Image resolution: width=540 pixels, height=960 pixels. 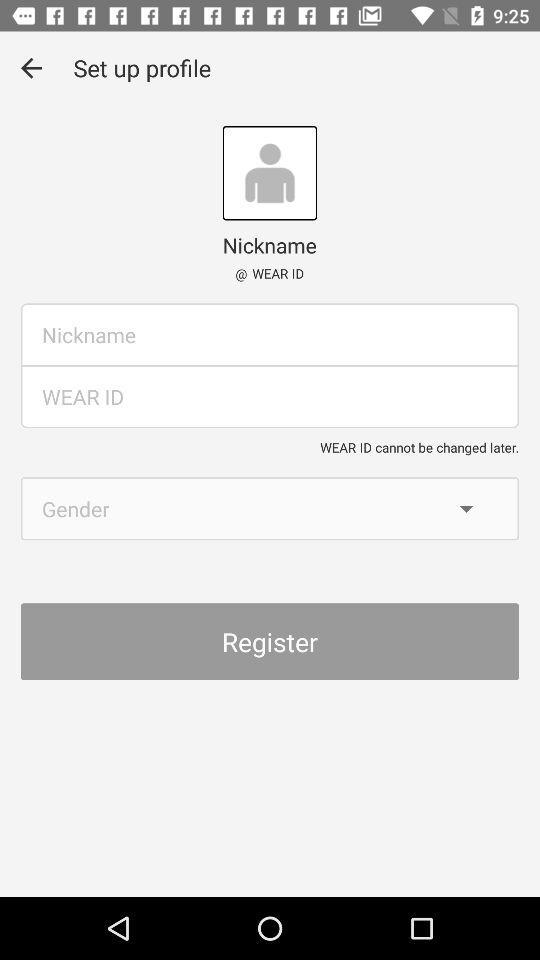 I want to click on id box, so click(x=270, y=395).